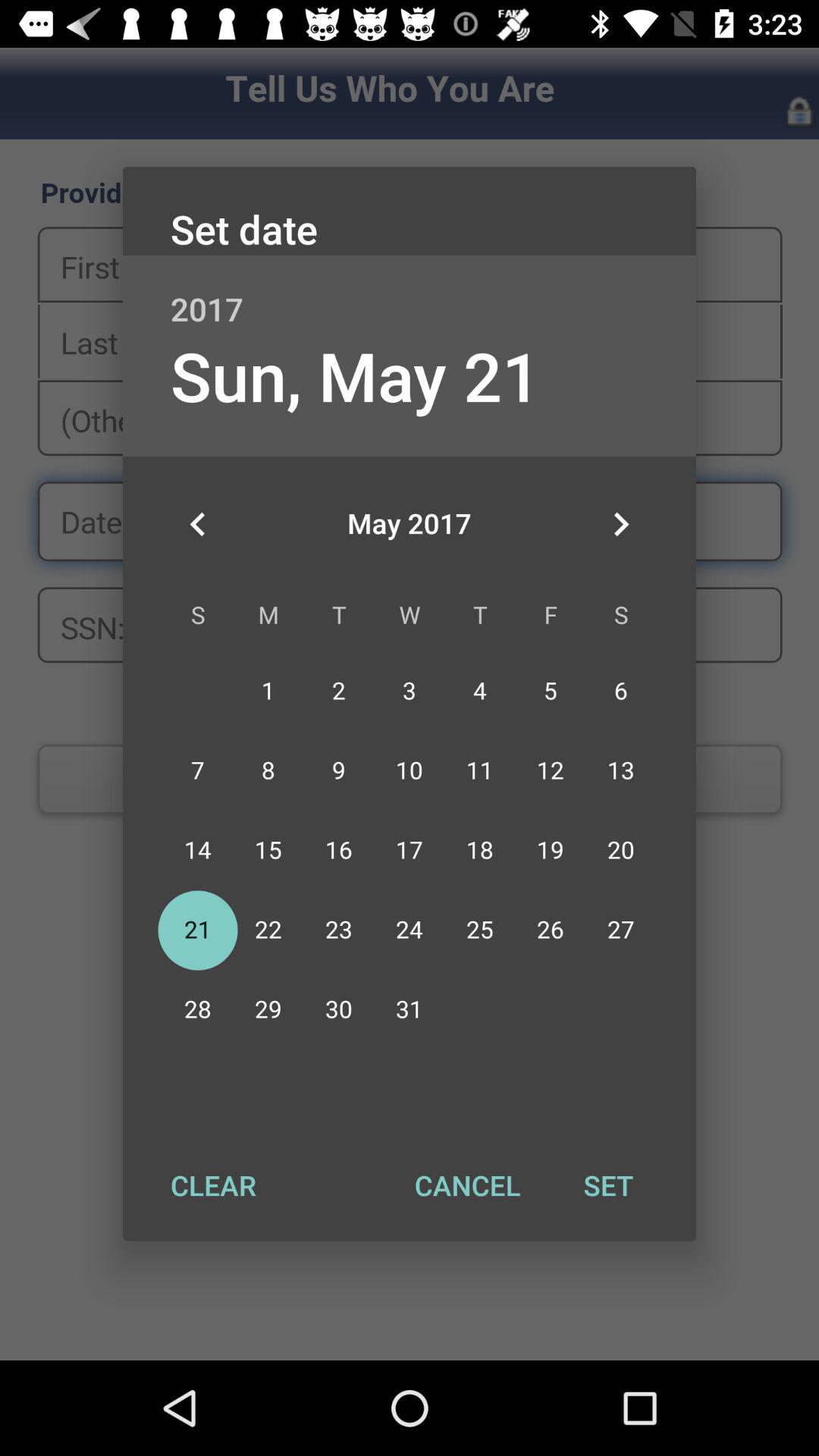  I want to click on item next to the set, so click(466, 1185).